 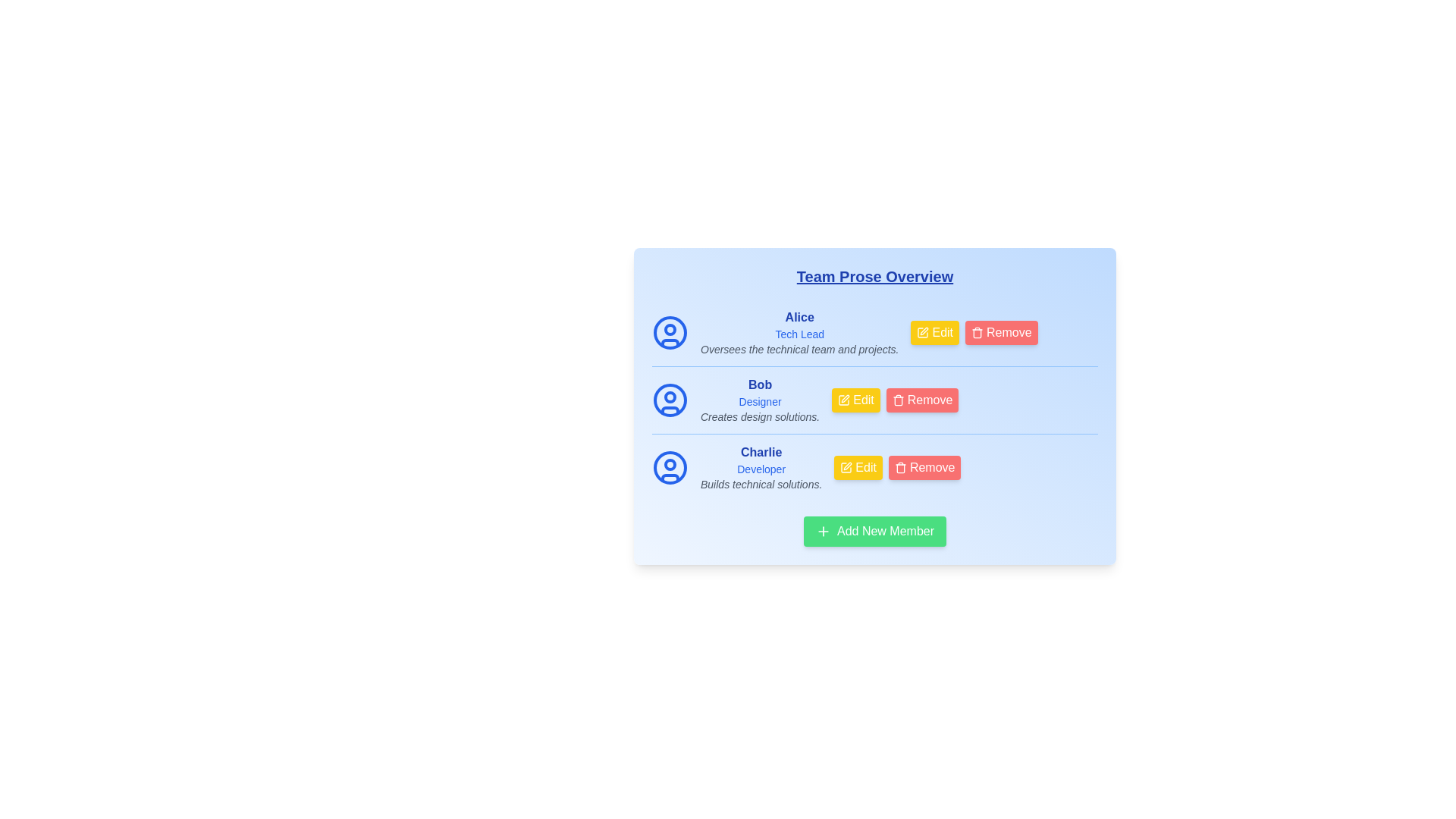 I want to click on the 'Edit' button on the middle profile entry in the team members list, located below the 'Team Prose Overview' header, so click(x=874, y=399).